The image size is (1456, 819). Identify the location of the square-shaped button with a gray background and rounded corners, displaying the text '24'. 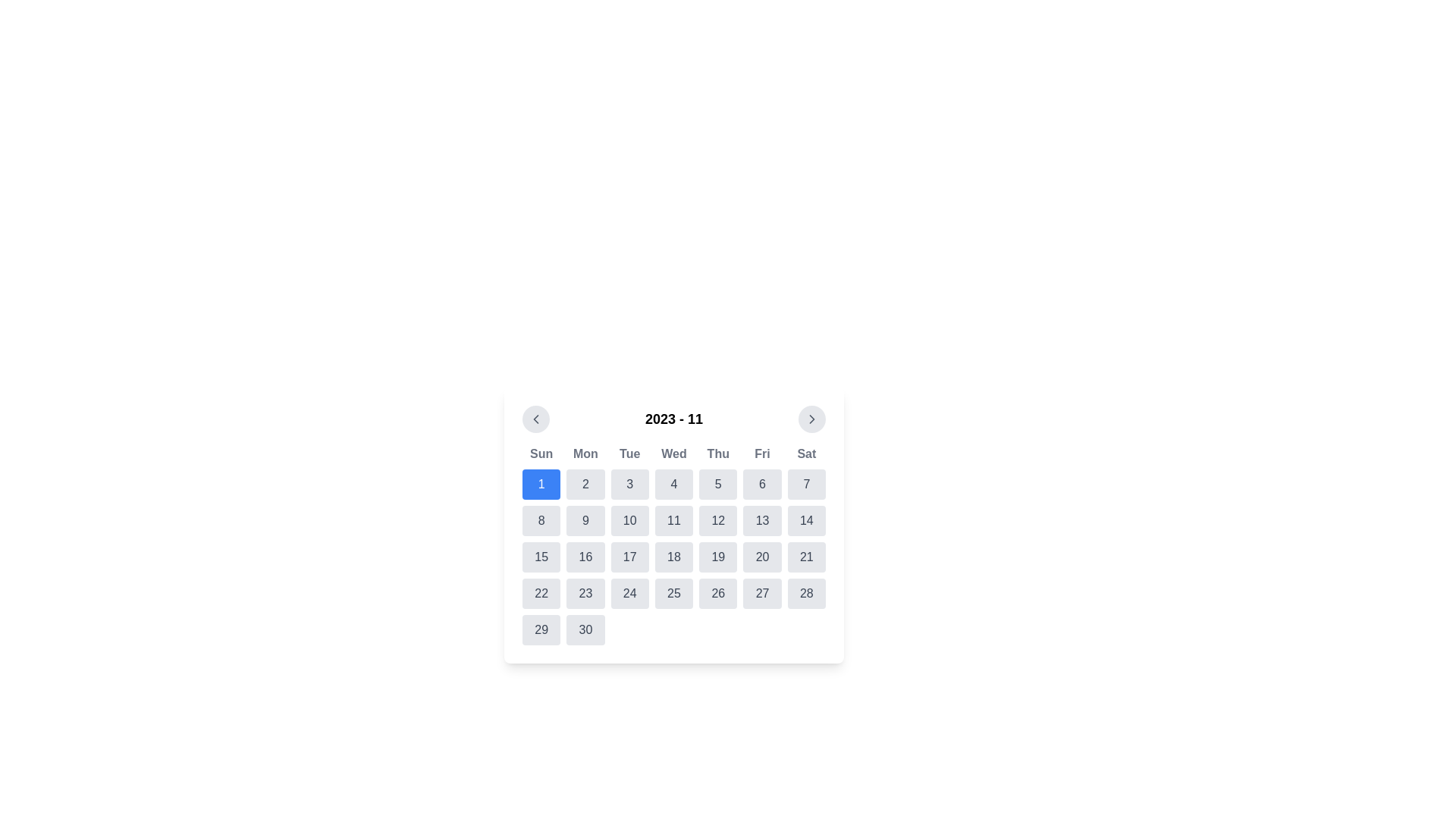
(629, 593).